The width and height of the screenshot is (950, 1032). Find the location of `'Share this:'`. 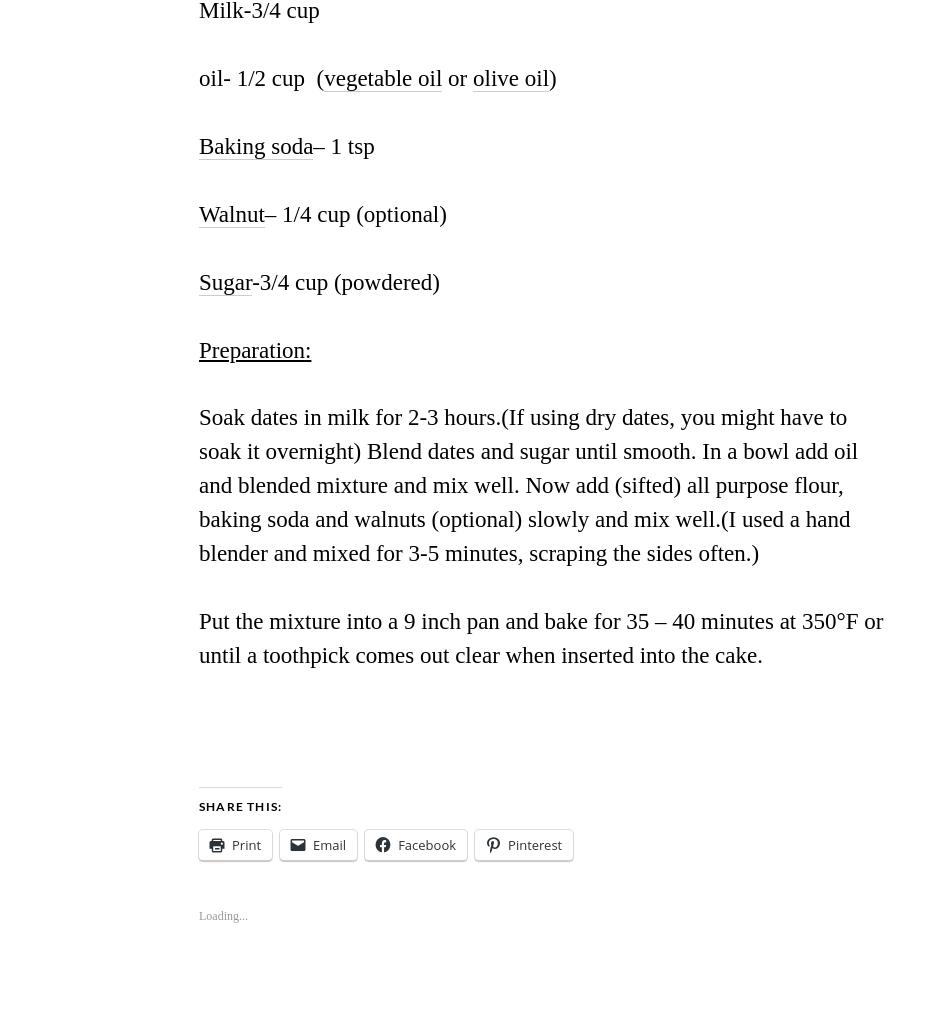

'Share this:' is located at coordinates (239, 805).